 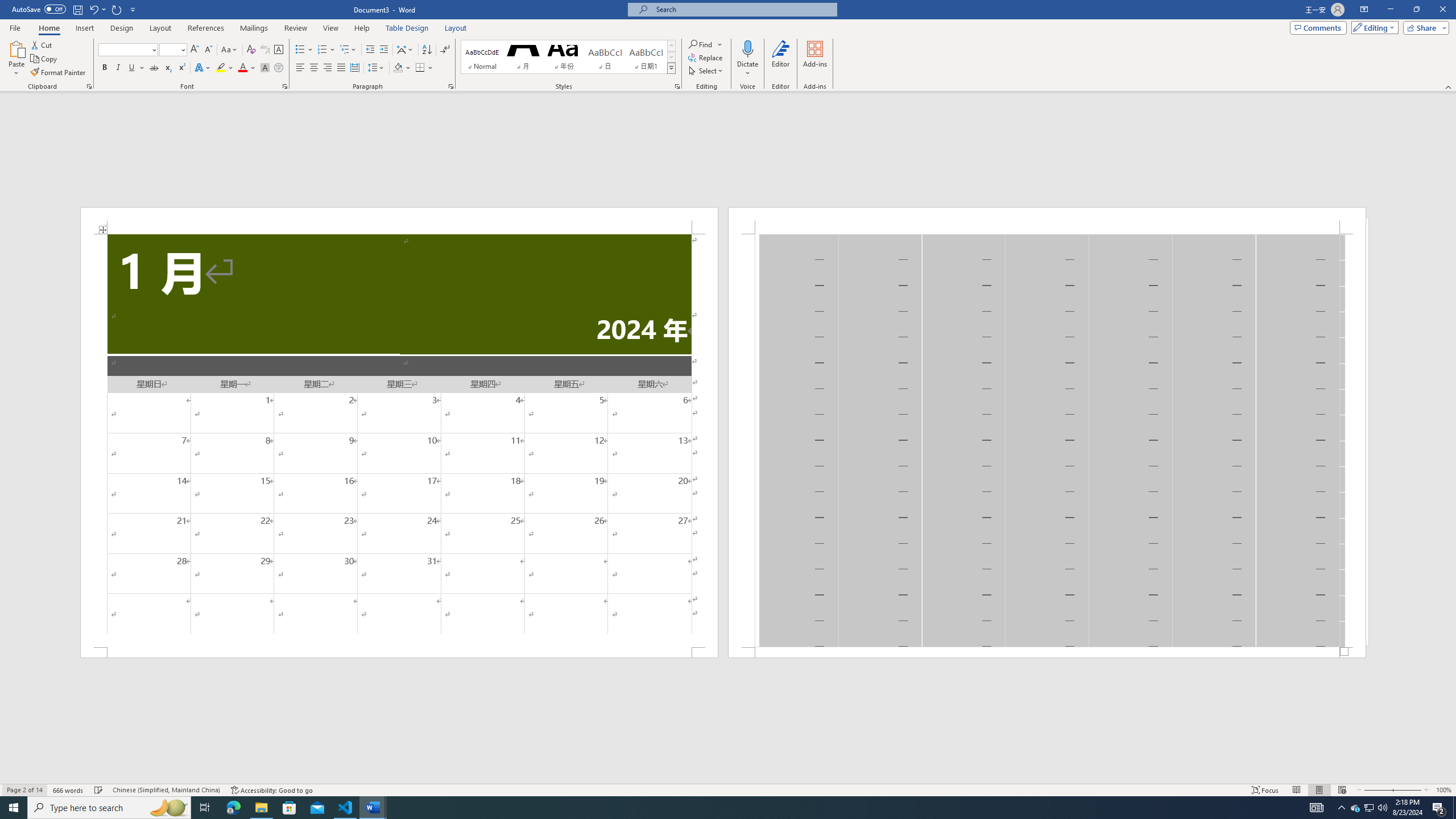 What do you see at coordinates (398, 67) in the screenshot?
I see `'Shading RGB(0, 0, 0)'` at bounding box center [398, 67].